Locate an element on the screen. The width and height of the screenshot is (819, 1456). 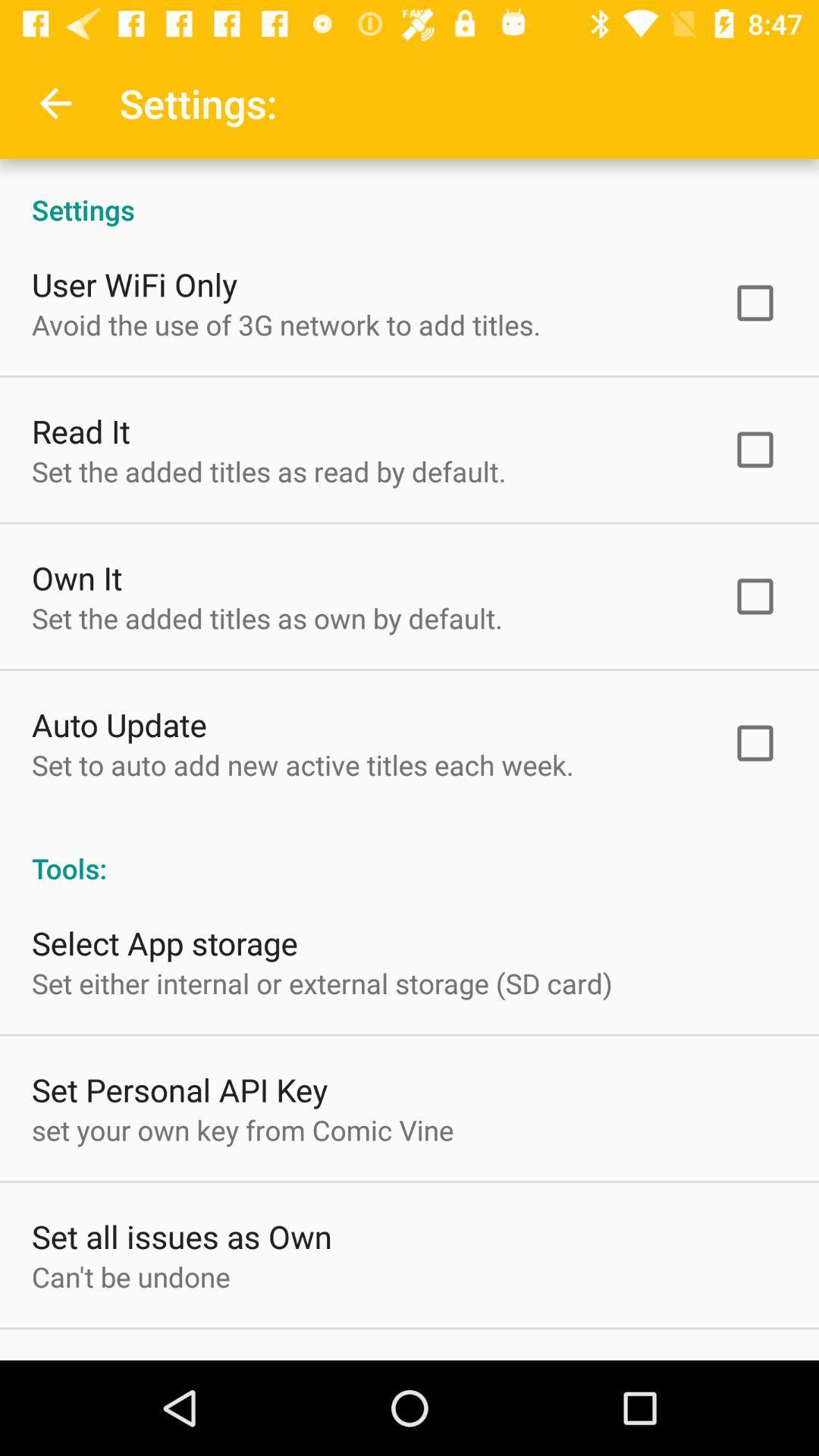
the tools: icon is located at coordinates (409, 852).